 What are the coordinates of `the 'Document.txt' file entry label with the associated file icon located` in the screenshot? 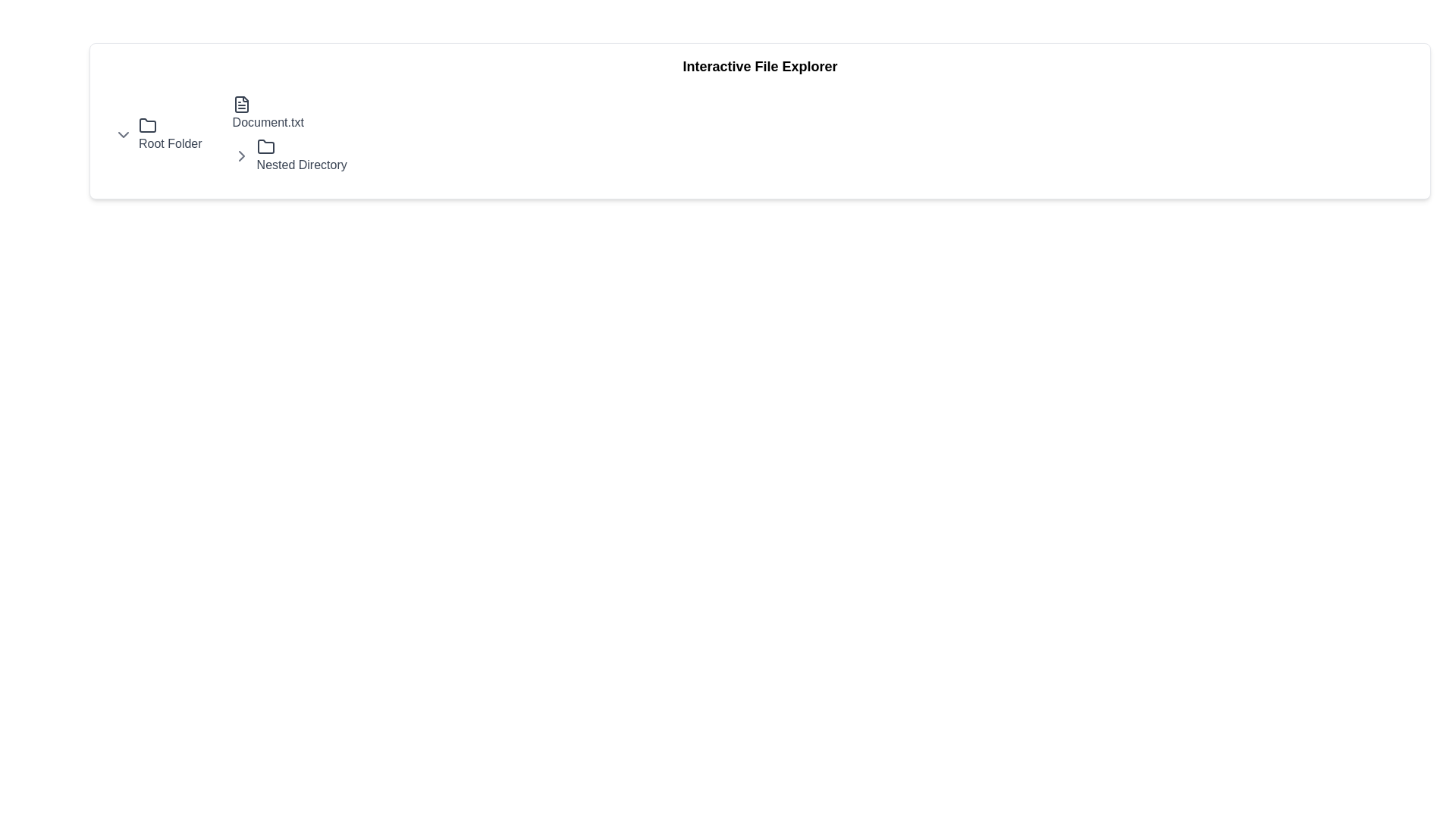 It's located at (290, 113).